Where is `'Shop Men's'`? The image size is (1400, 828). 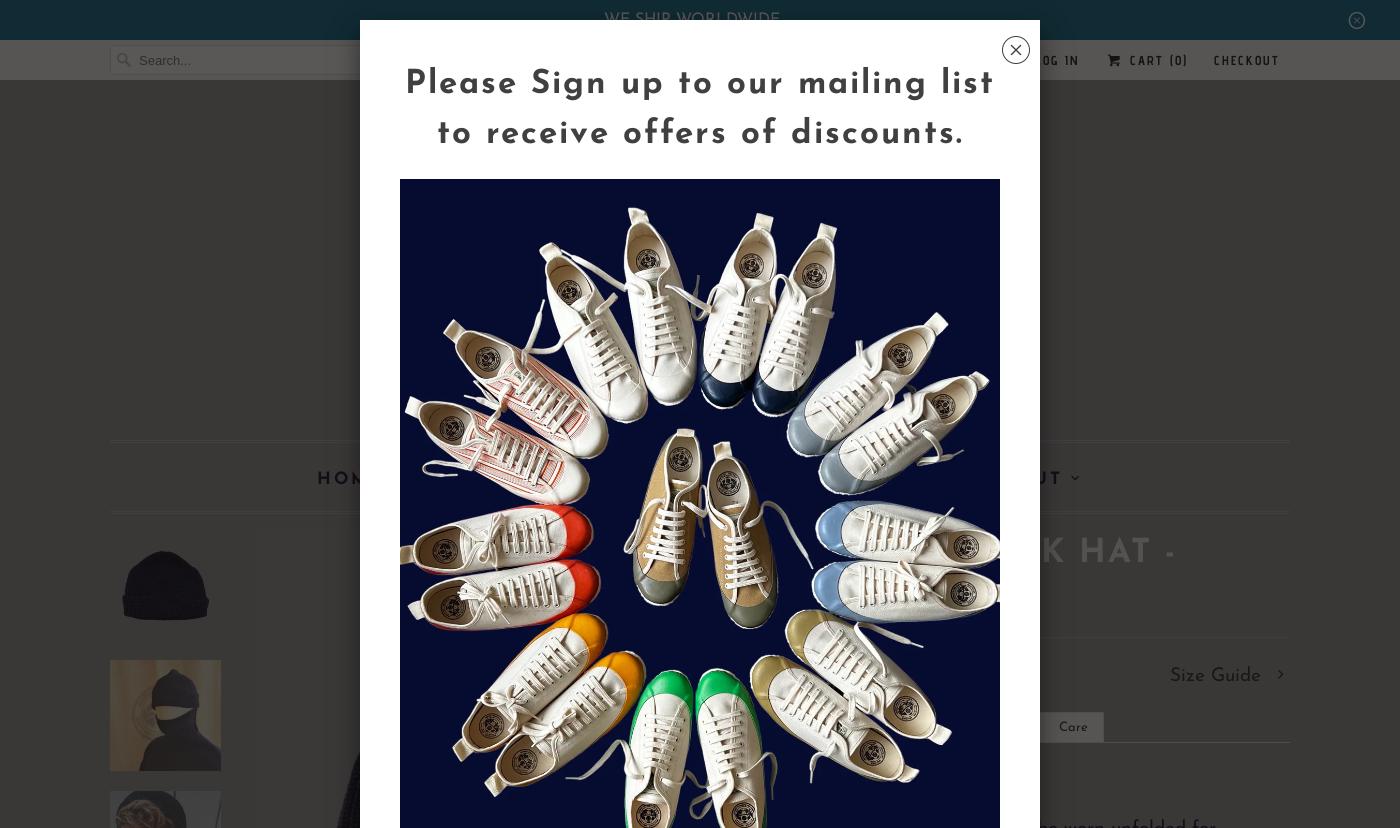
'Shop Men's' is located at coordinates (499, 478).